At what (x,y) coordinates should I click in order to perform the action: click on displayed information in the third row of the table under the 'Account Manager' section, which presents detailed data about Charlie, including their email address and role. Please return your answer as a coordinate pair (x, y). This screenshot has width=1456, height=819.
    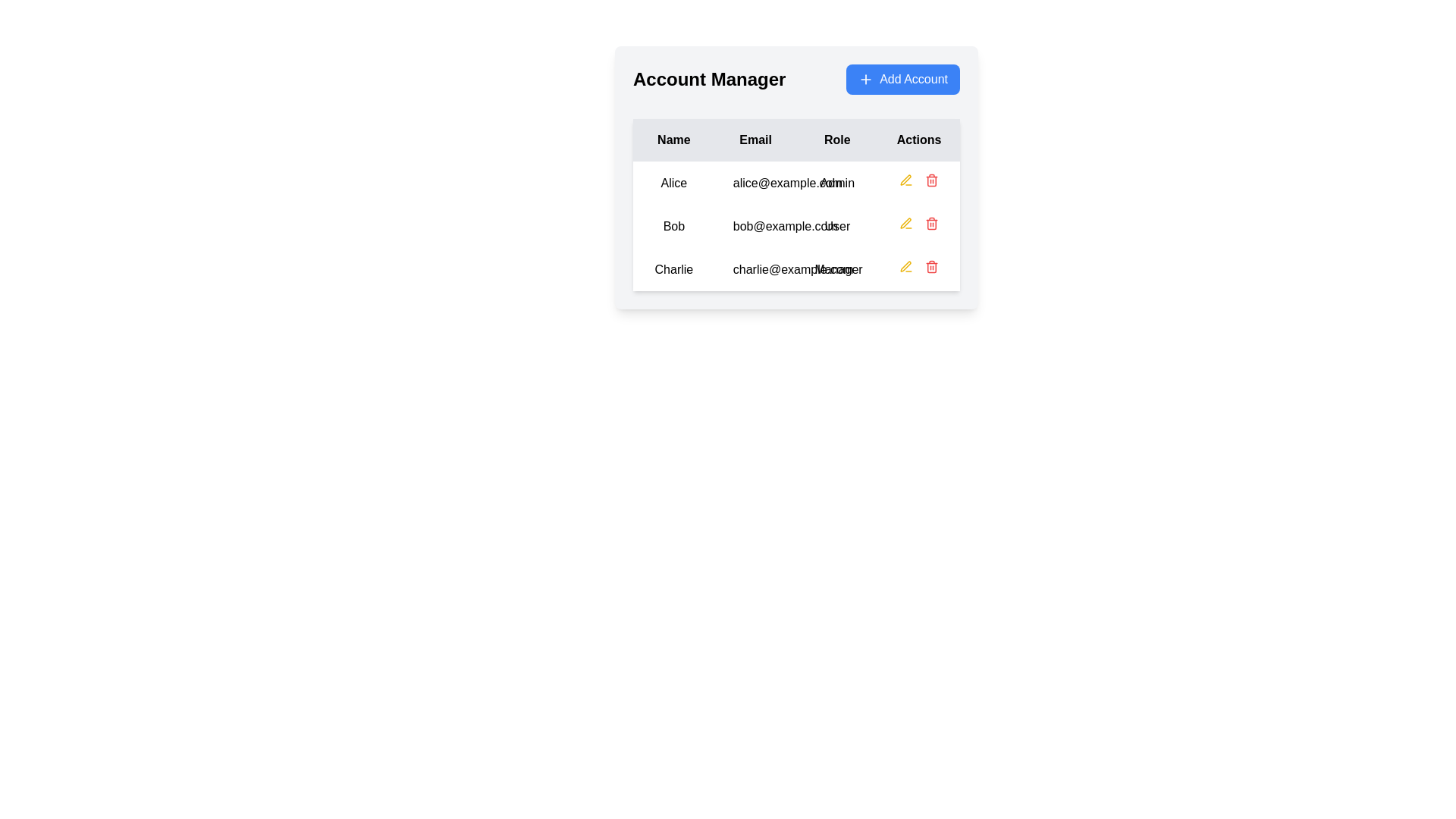
    Looking at the image, I should click on (795, 268).